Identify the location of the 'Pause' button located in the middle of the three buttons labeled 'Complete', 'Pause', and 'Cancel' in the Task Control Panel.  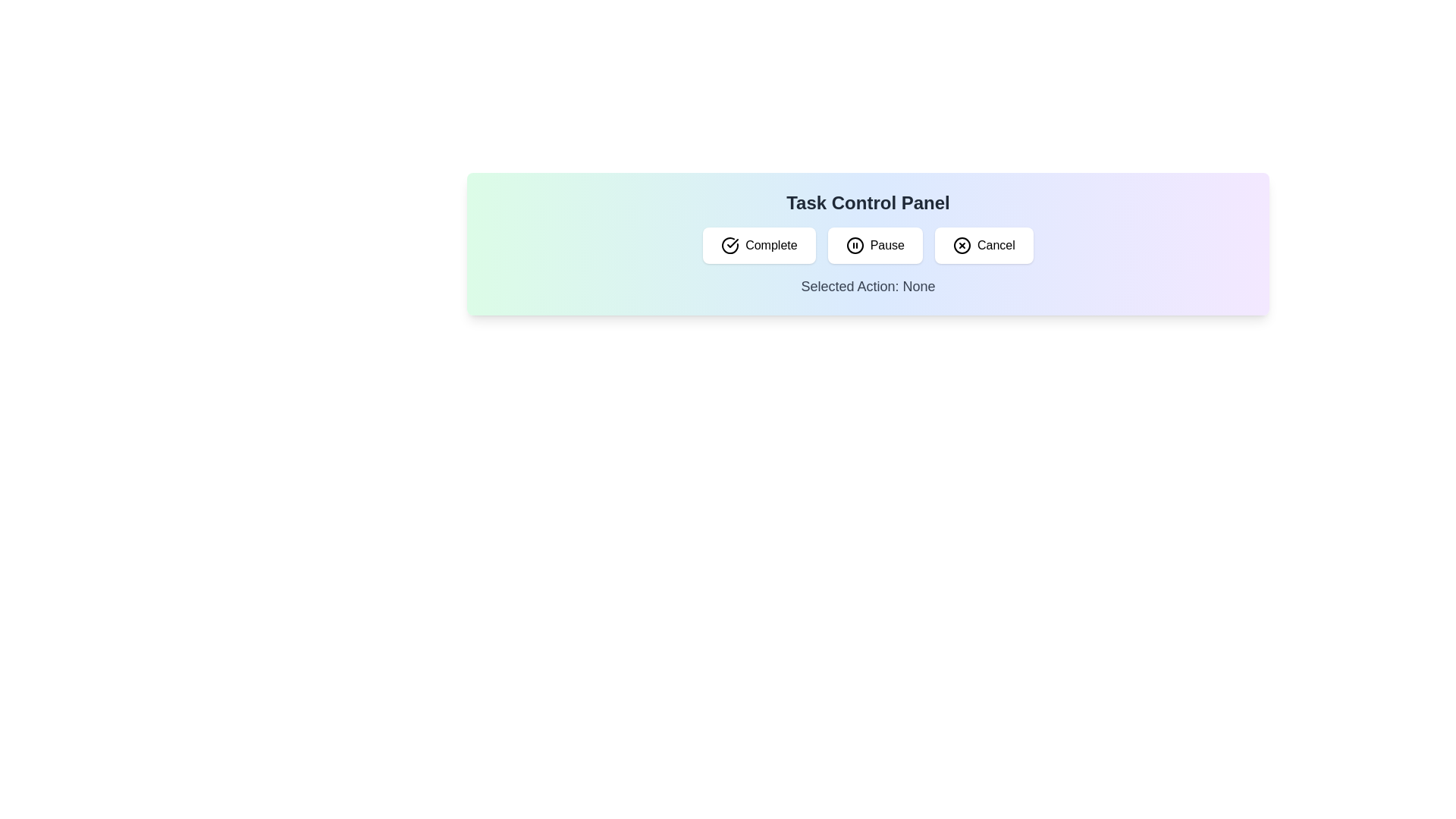
(875, 245).